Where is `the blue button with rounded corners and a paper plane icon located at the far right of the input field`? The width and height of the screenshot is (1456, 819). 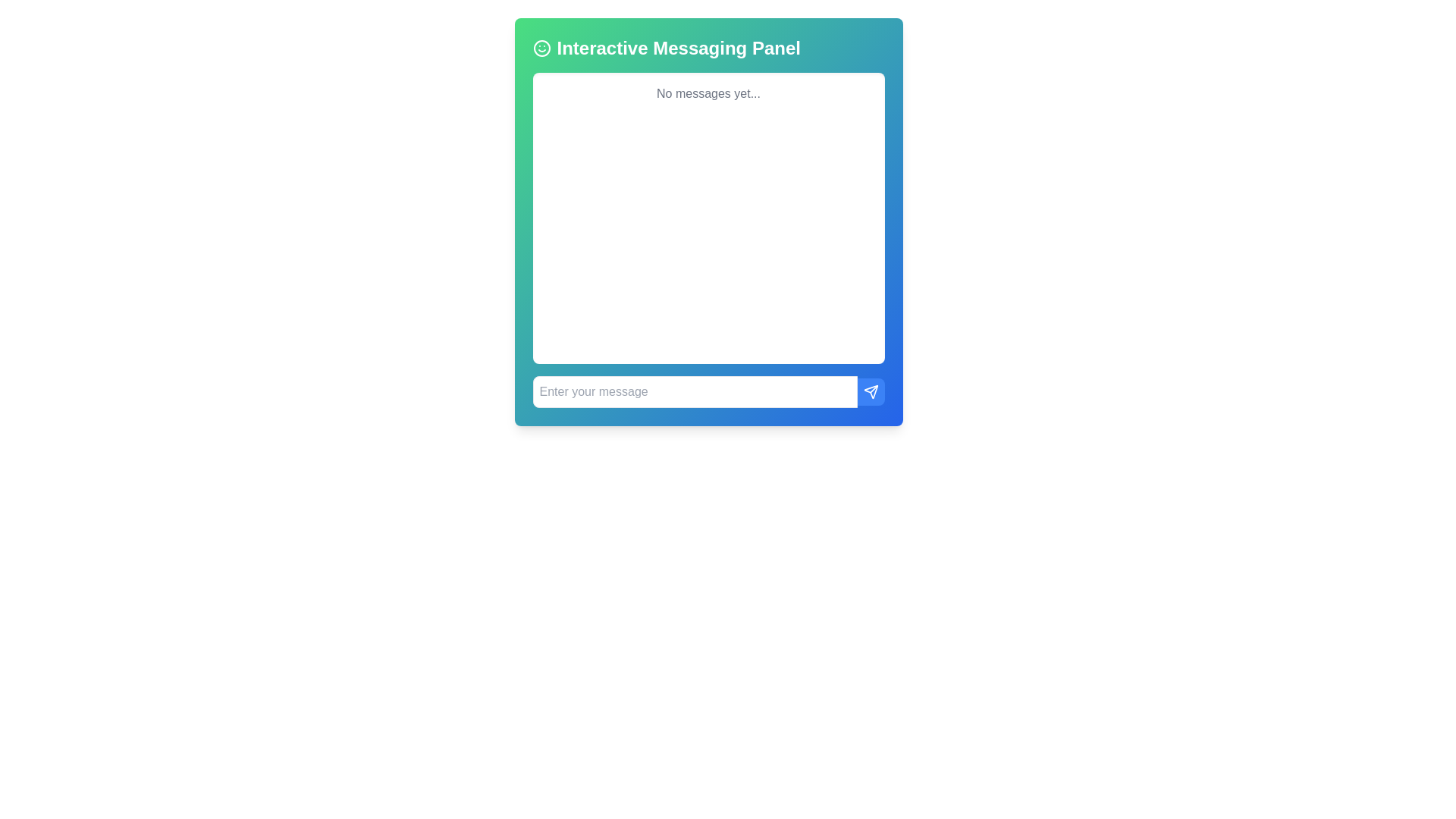 the blue button with rounded corners and a paper plane icon located at the far right of the input field is located at coordinates (871, 391).